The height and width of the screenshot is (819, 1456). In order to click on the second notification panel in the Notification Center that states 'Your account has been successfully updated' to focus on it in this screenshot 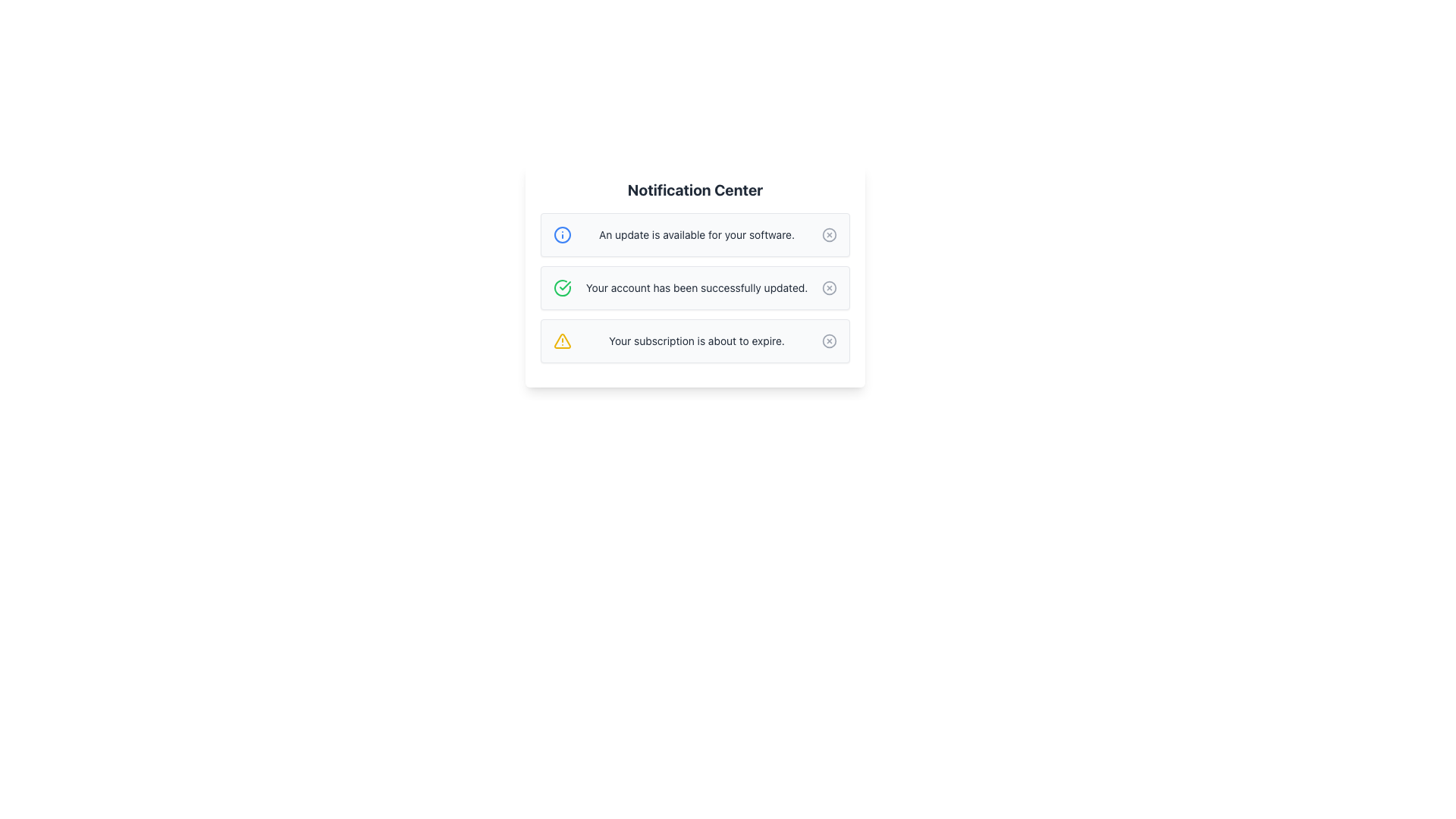, I will do `click(694, 275)`.